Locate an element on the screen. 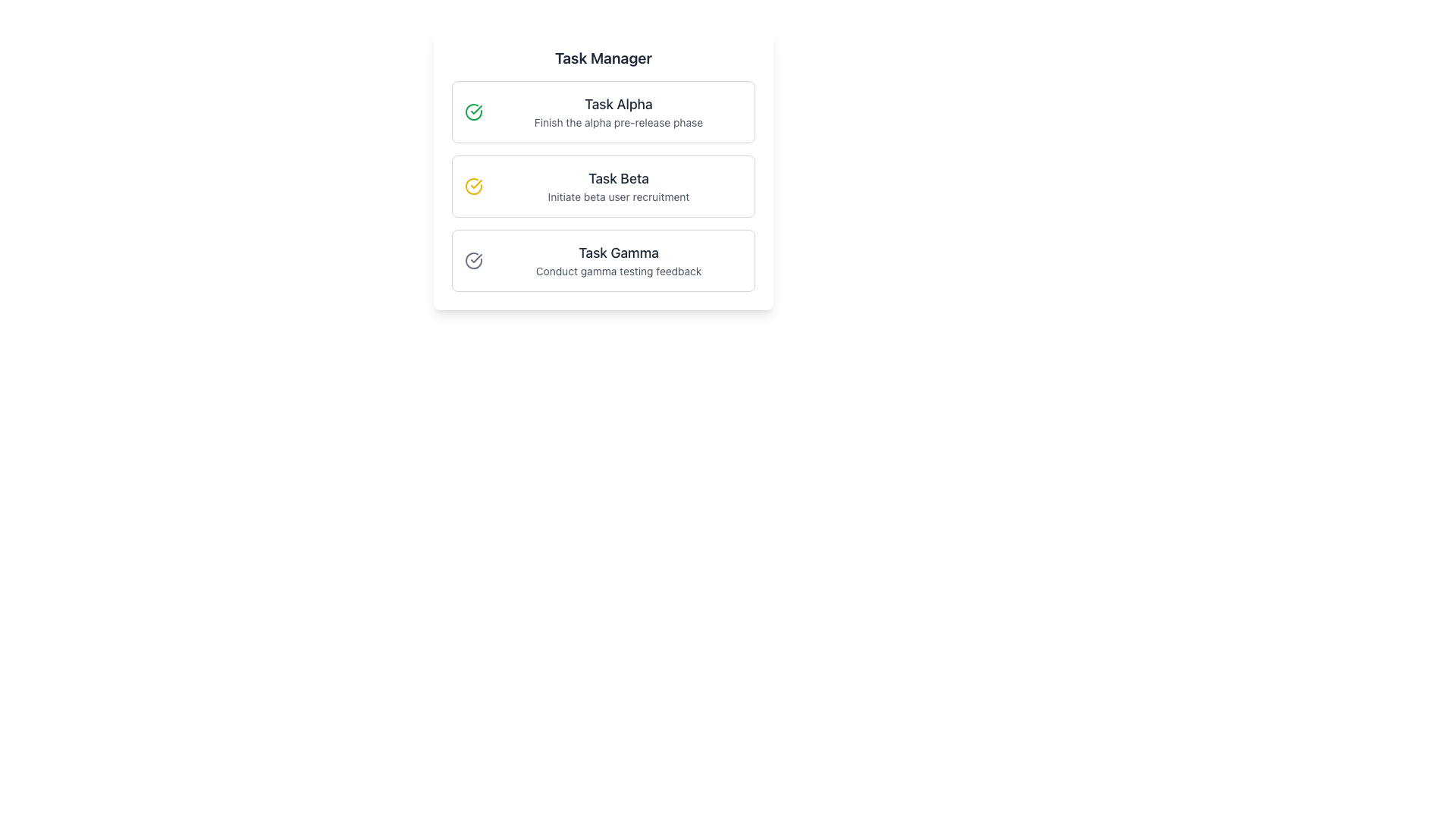 The height and width of the screenshot is (819, 1456). the bold text element reading 'Task Alpha' in the 'Task Manager' interface, which is styled with a larger font size and dark gray color, located at the top of the first task entry is located at coordinates (619, 104).